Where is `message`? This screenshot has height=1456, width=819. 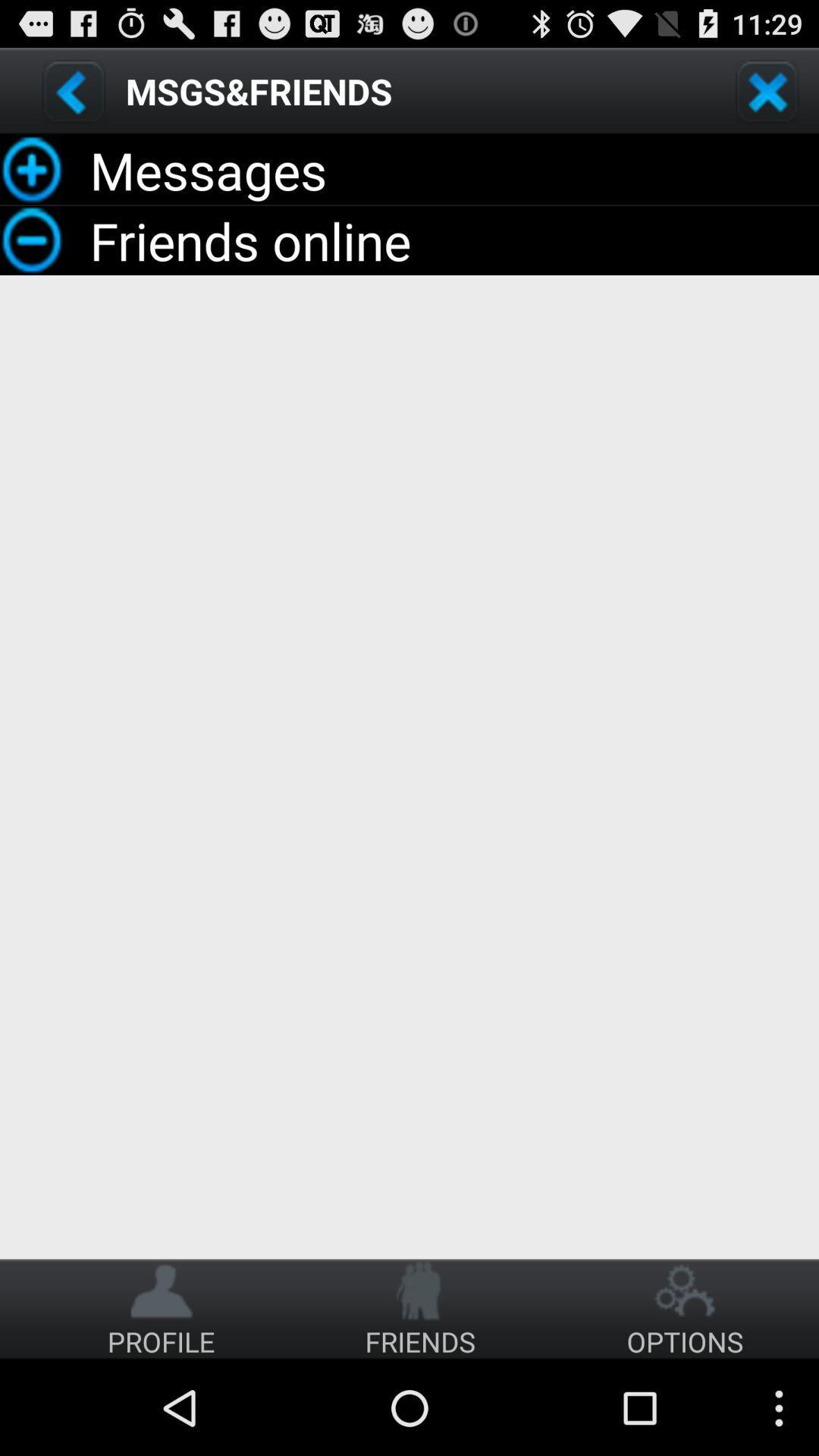 message is located at coordinates (74, 90).